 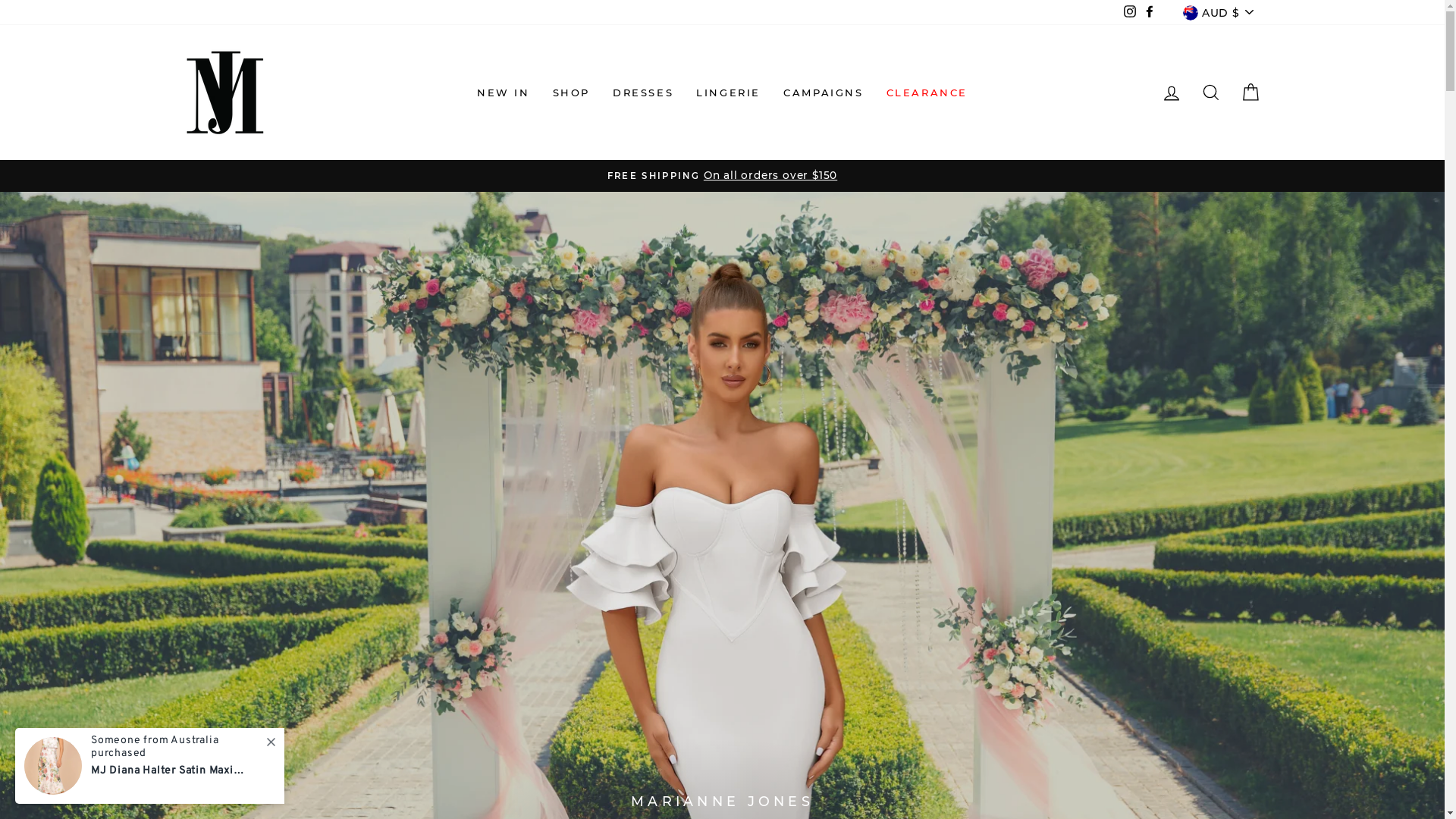 What do you see at coordinates (465, 93) in the screenshot?
I see `'NEW IN'` at bounding box center [465, 93].